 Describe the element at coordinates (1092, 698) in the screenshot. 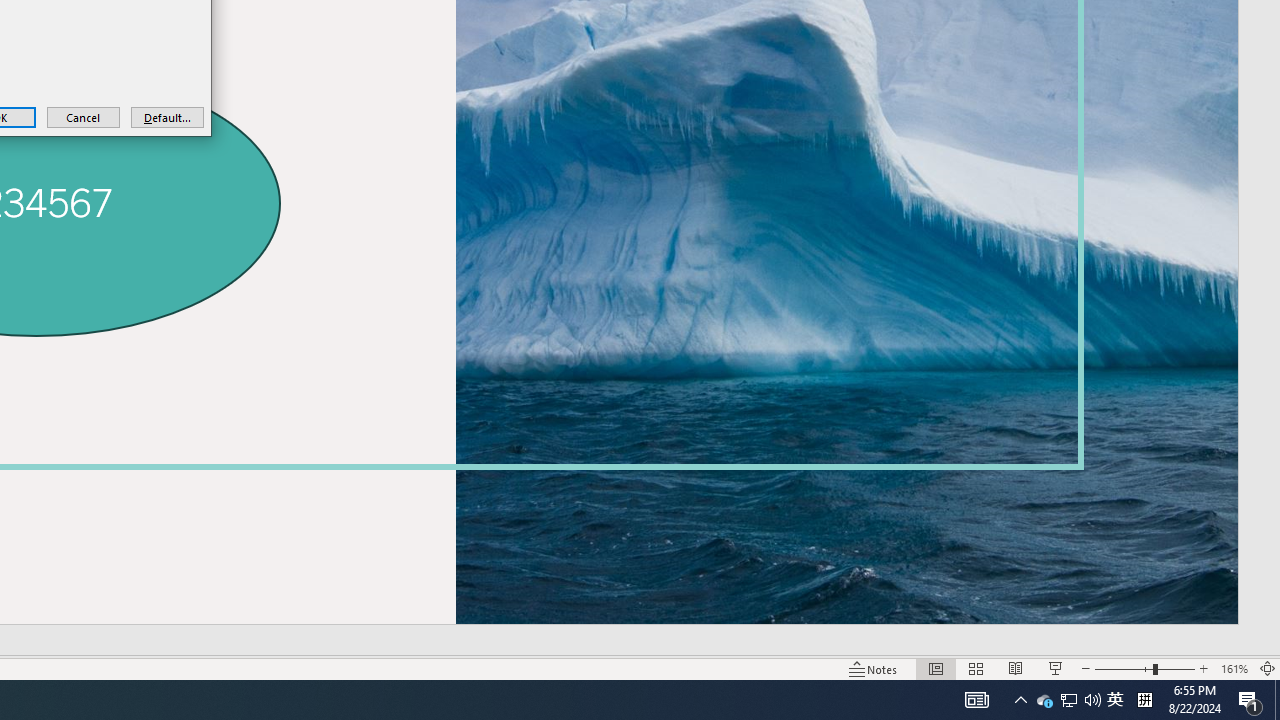

I see `'Q2790: 100%'` at that location.